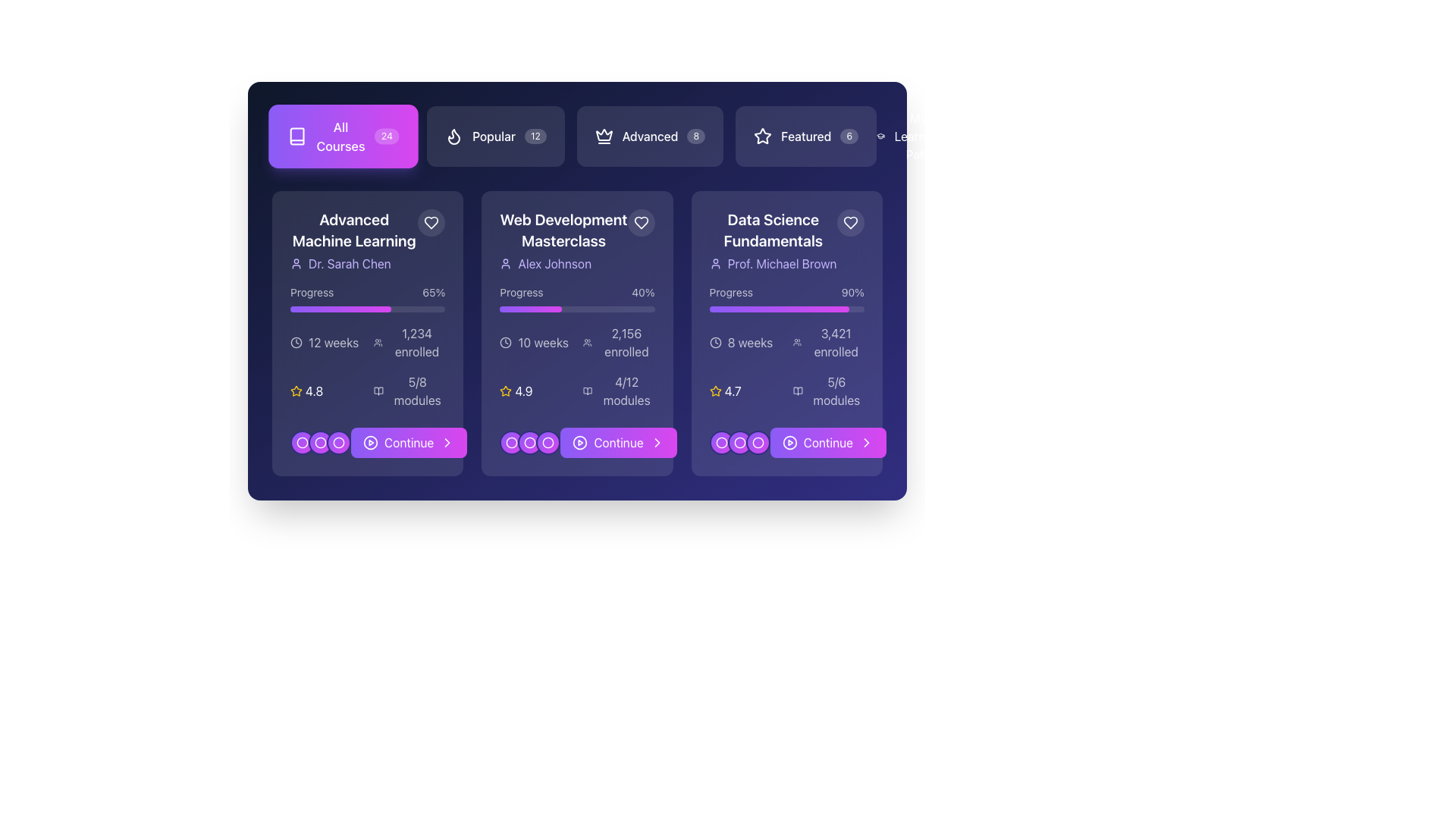 This screenshot has width=1456, height=819. Describe the element at coordinates (535, 136) in the screenshot. I see `the rounded rectangular badge displaying the number '12' located within the 'Popular' button group in the navigation bar` at that location.